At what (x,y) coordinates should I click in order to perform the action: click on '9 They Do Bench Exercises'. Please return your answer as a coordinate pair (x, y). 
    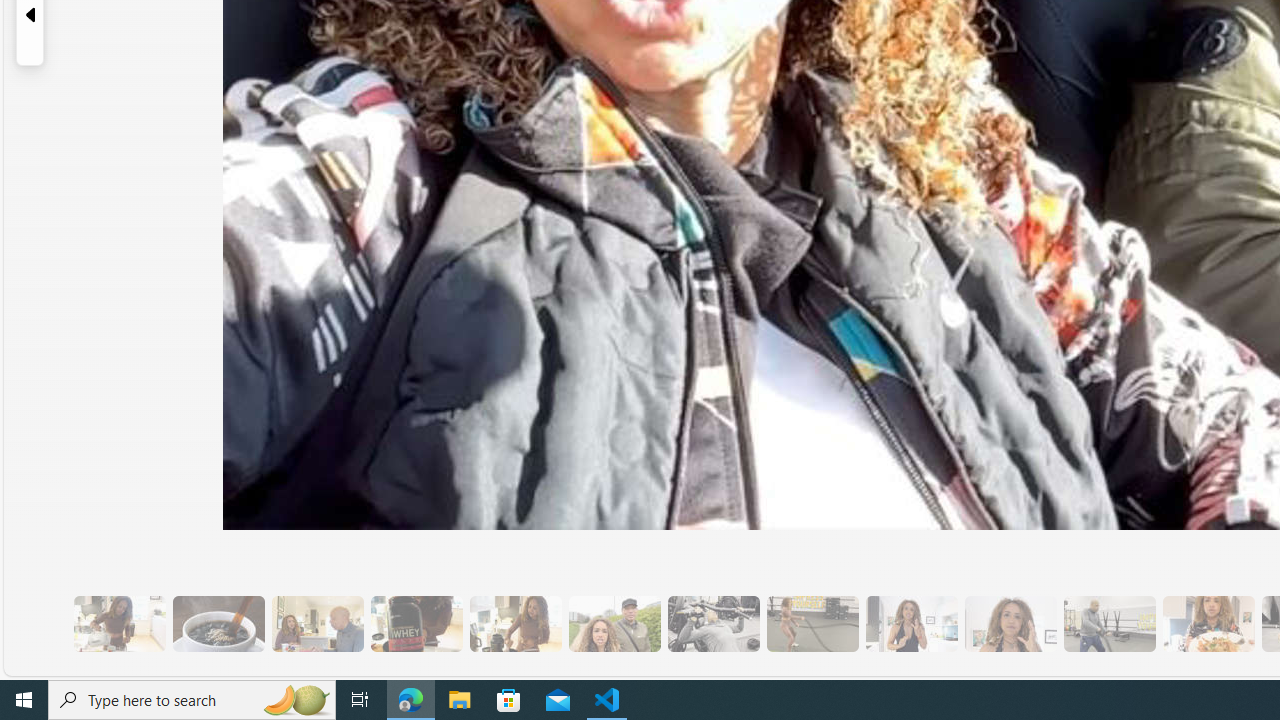
    Looking at the image, I should click on (713, 623).